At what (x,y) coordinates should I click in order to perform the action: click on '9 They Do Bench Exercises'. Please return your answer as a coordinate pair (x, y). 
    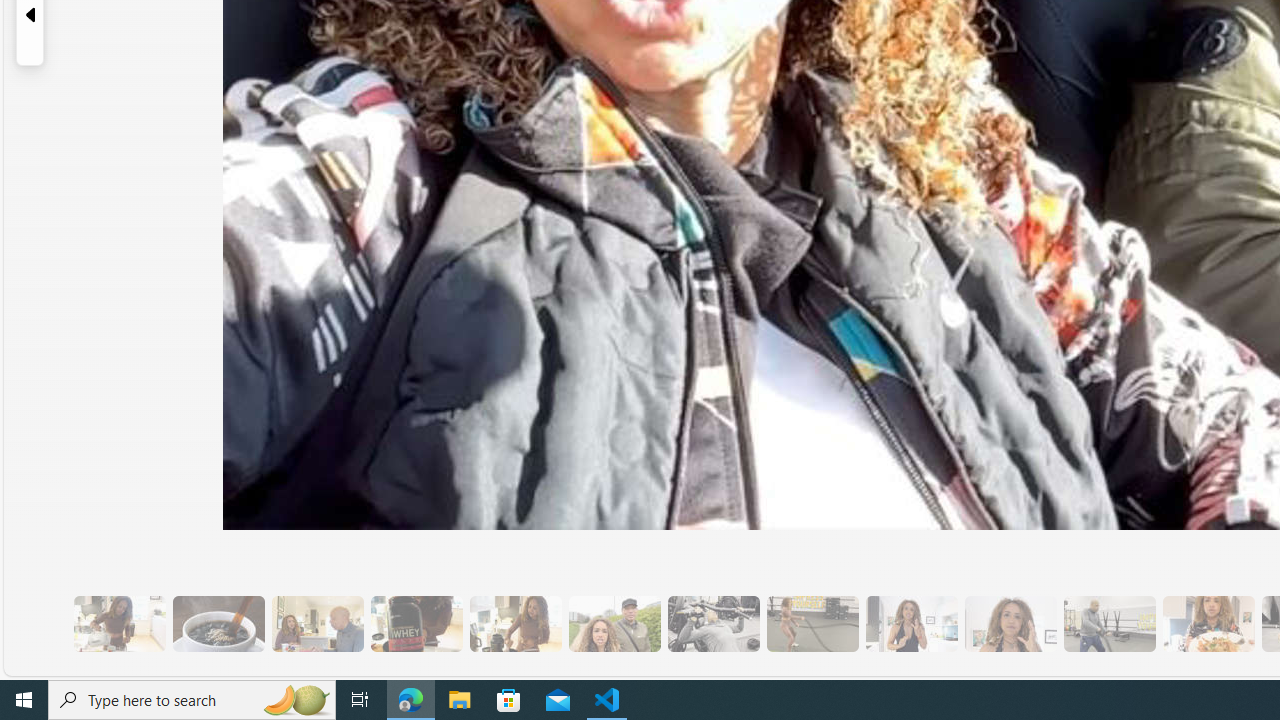
    Looking at the image, I should click on (713, 623).